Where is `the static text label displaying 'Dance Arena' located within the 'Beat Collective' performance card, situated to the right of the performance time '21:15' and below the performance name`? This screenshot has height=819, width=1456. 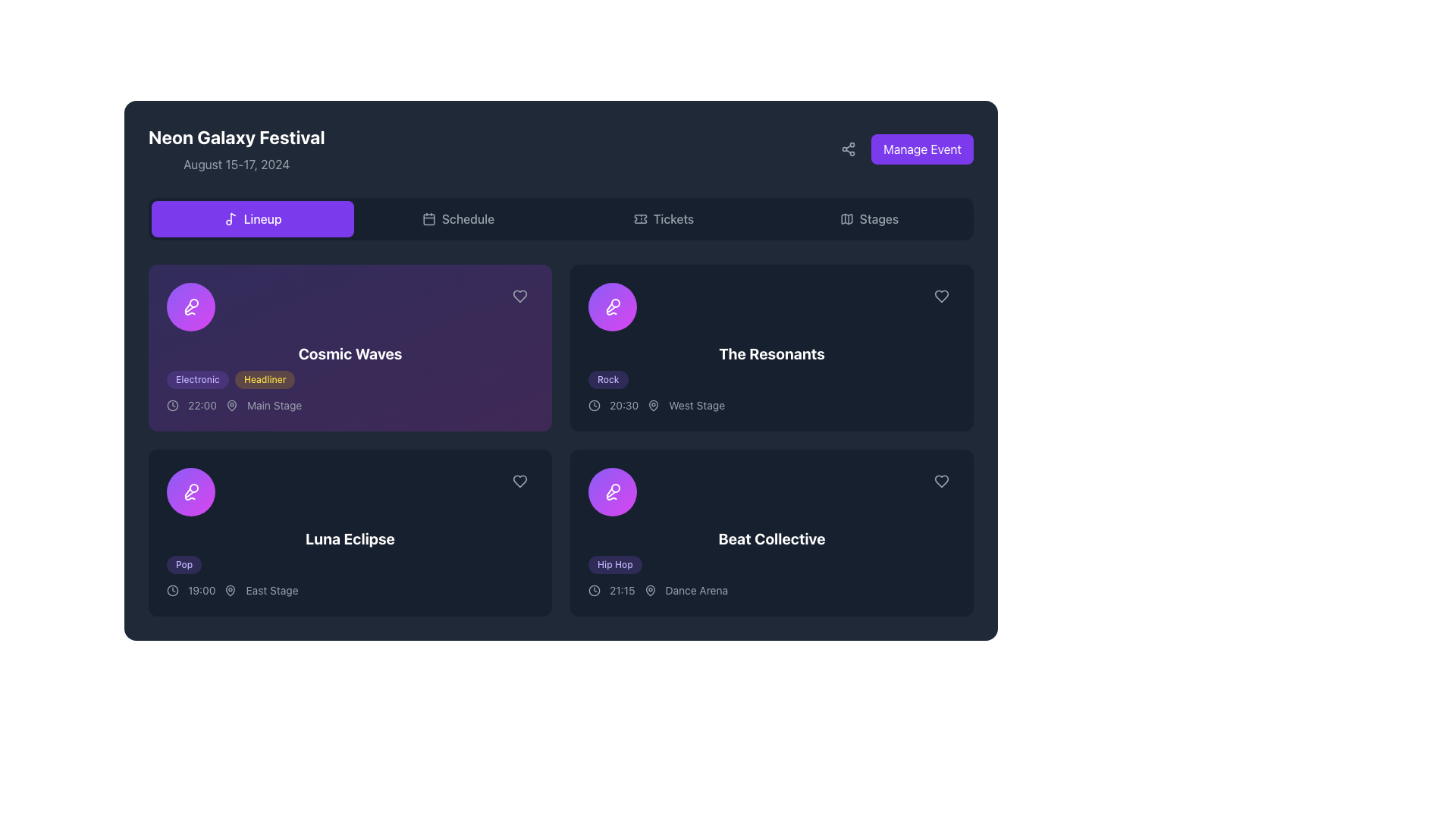 the static text label displaying 'Dance Arena' located within the 'Beat Collective' performance card, situated to the right of the performance time '21:15' and below the performance name is located at coordinates (695, 590).